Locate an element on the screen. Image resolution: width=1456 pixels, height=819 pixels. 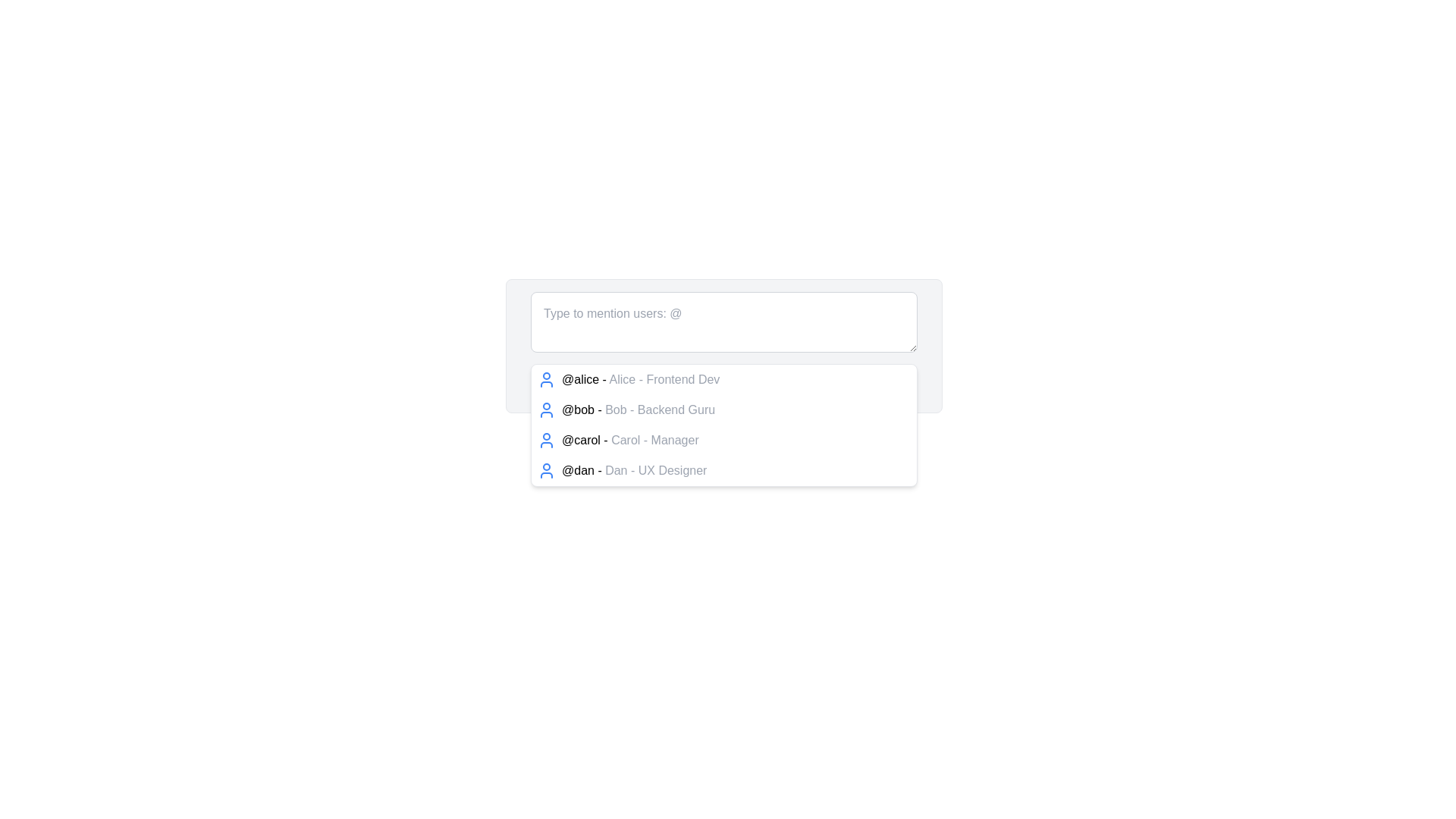
text label displaying 'Bob - Backend Guru' which is part of the dropdown suggestion list under the user mention input field is located at coordinates (660, 409).